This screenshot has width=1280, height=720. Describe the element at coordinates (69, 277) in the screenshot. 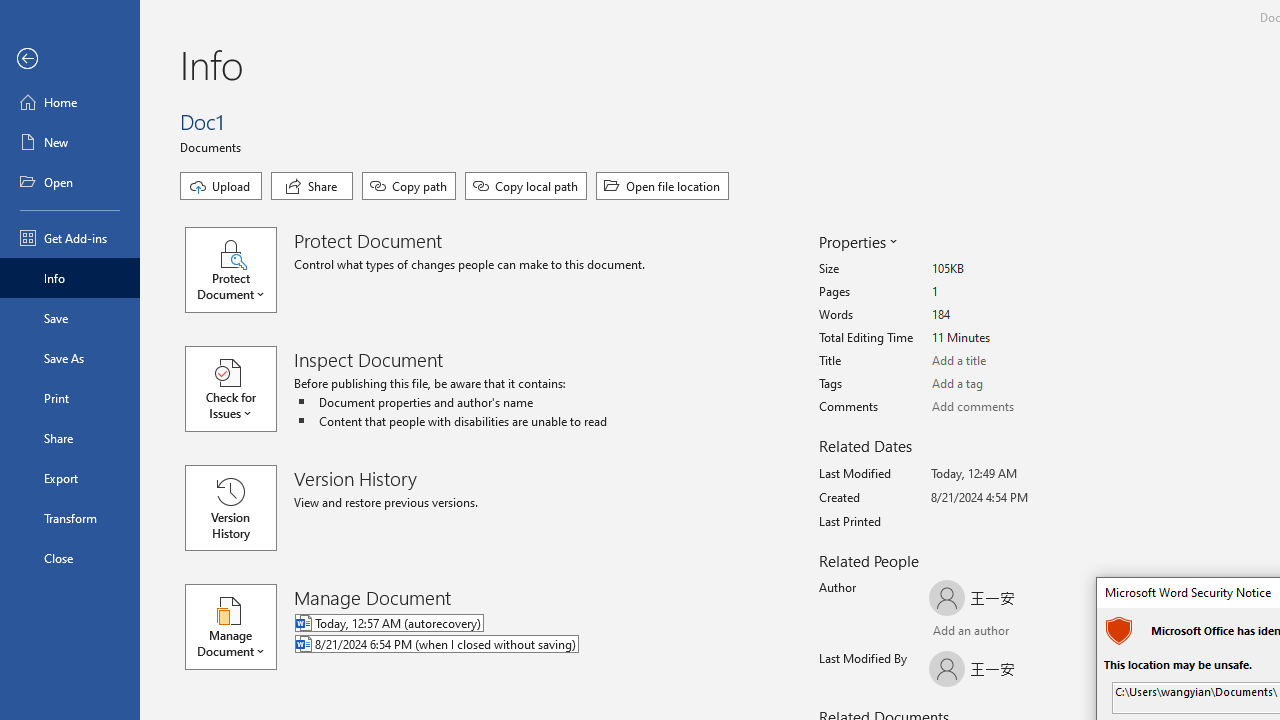

I see `'Info'` at that location.